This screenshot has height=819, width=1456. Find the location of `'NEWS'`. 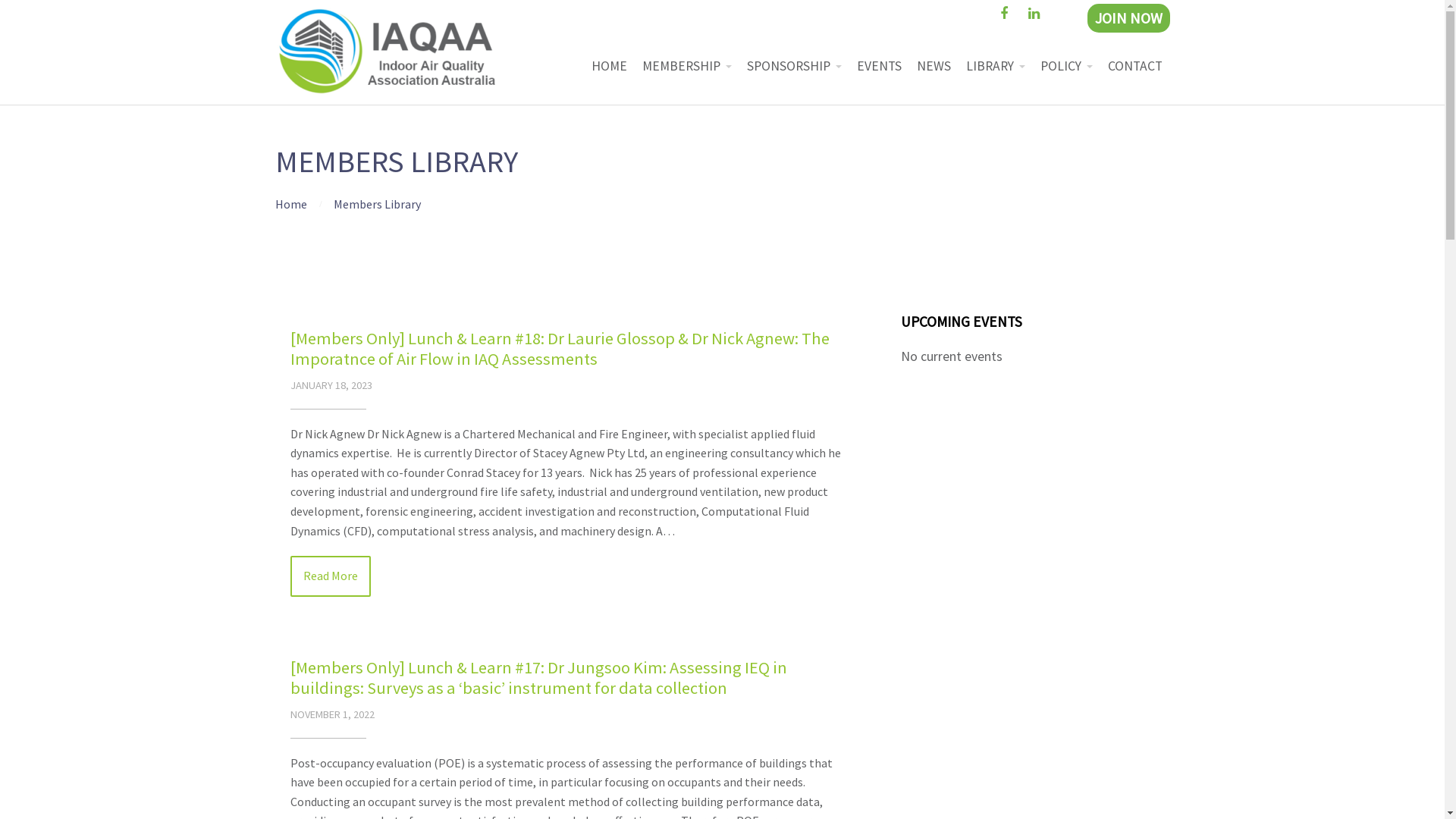

'NEWS' is located at coordinates (908, 65).